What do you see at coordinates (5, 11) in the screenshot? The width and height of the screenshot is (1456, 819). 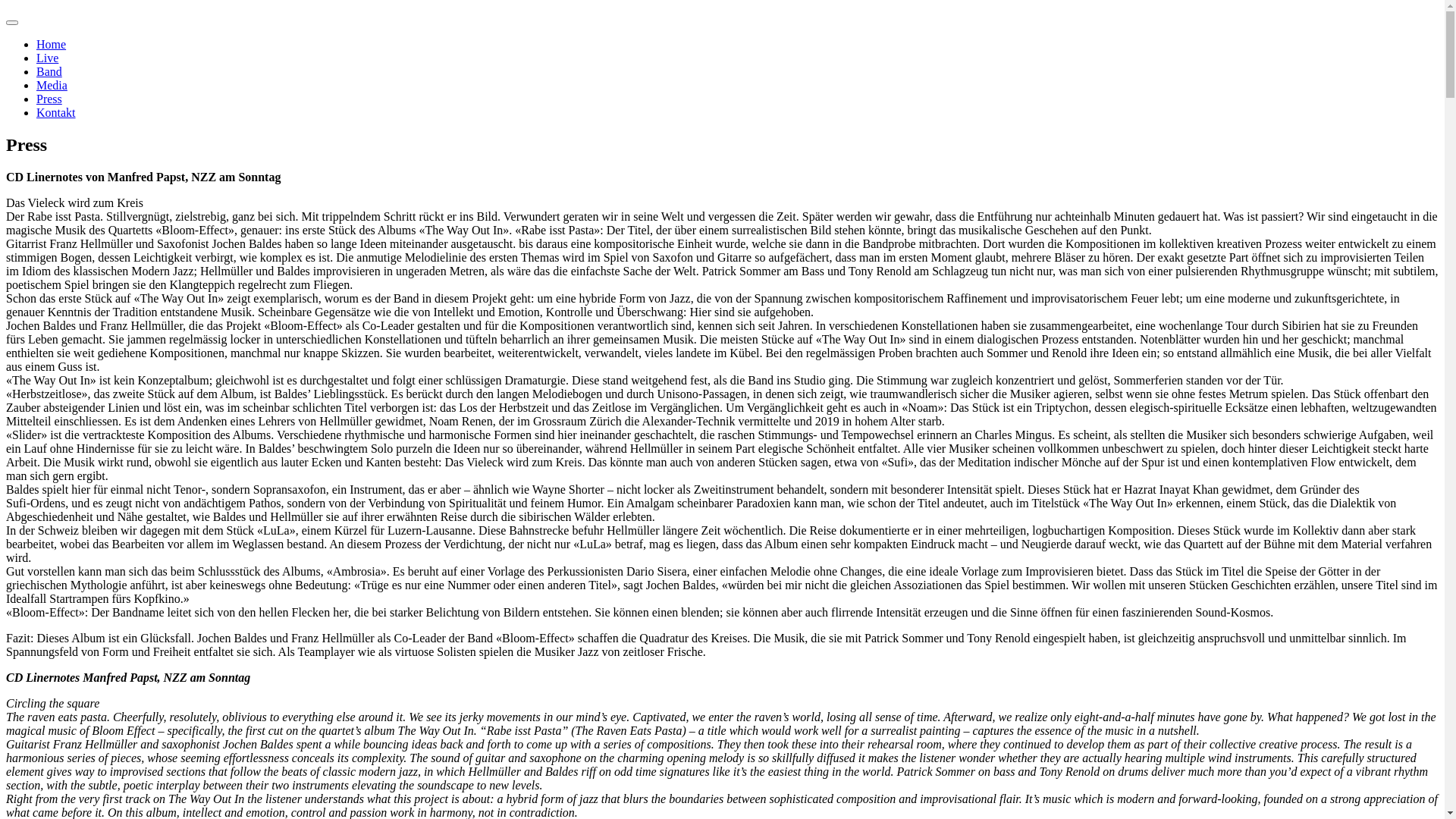 I see `'Skip to content'` at bounding box center [5, 11].